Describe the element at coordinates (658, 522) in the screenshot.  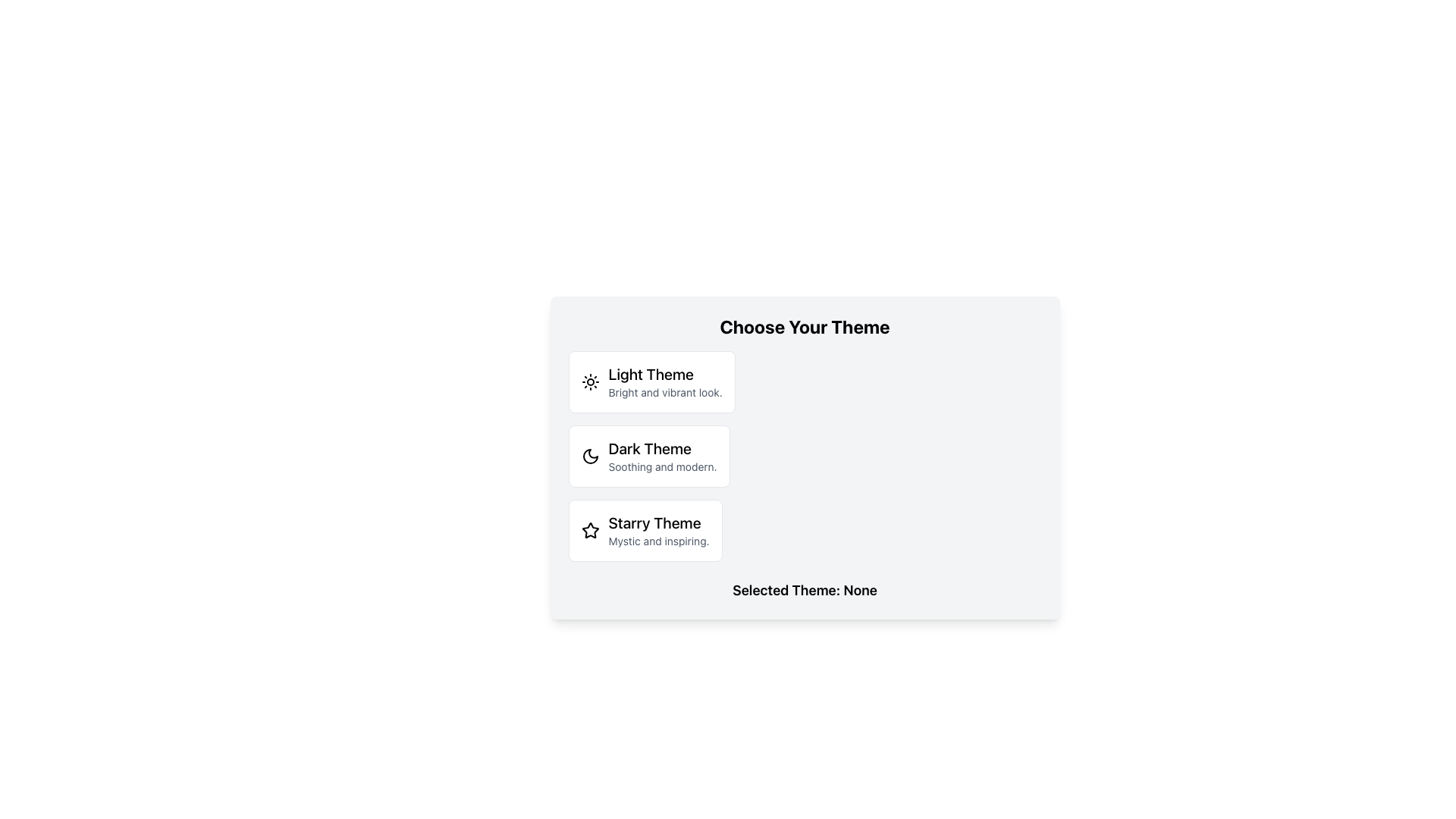
I see `the text label element that serves as the title for the 'Starry Theme' option` at that location.